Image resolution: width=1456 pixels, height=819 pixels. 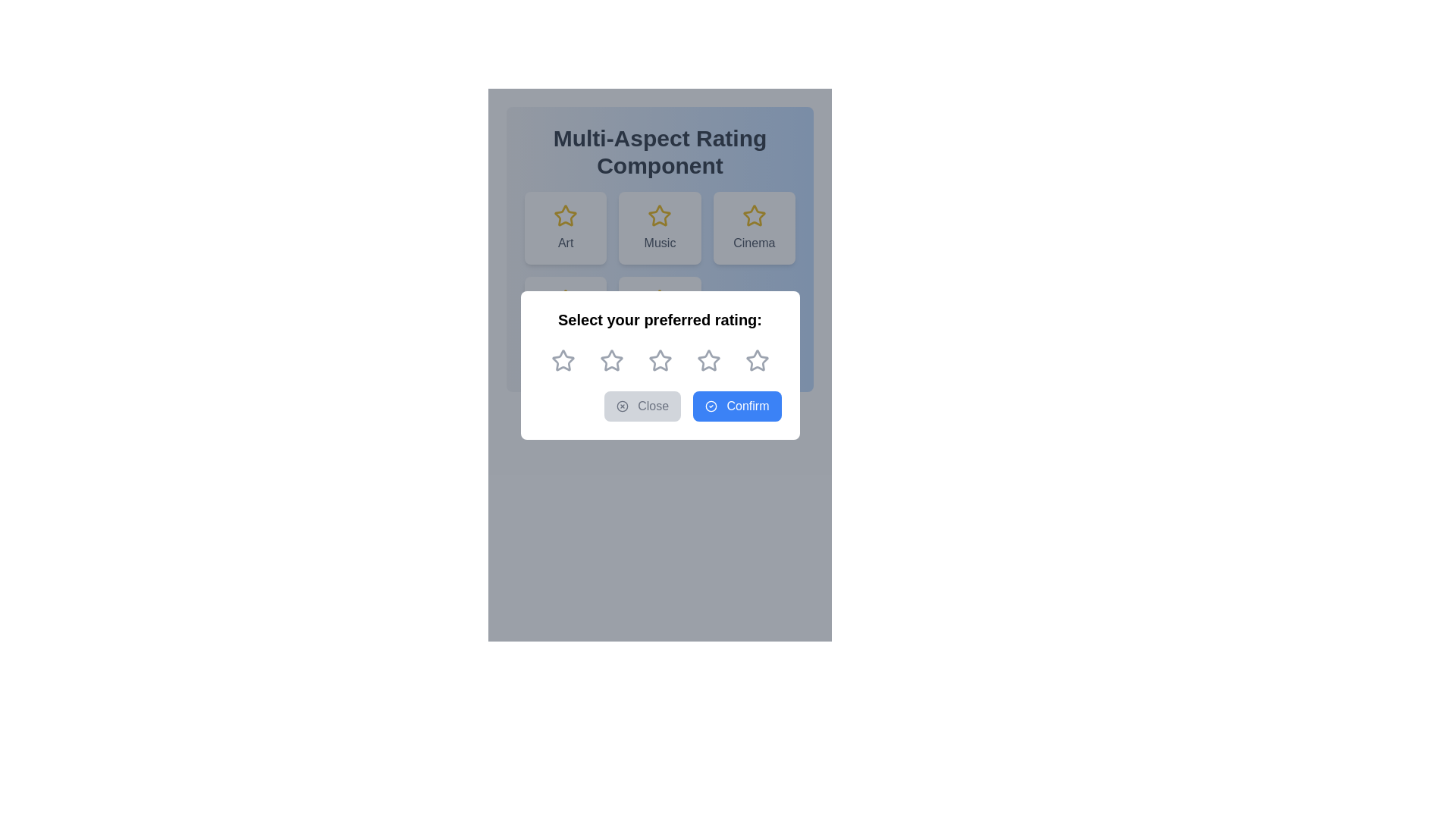 I want to click on the fourth star icon in the 5-point rating scale, so click(x=708, y=360).